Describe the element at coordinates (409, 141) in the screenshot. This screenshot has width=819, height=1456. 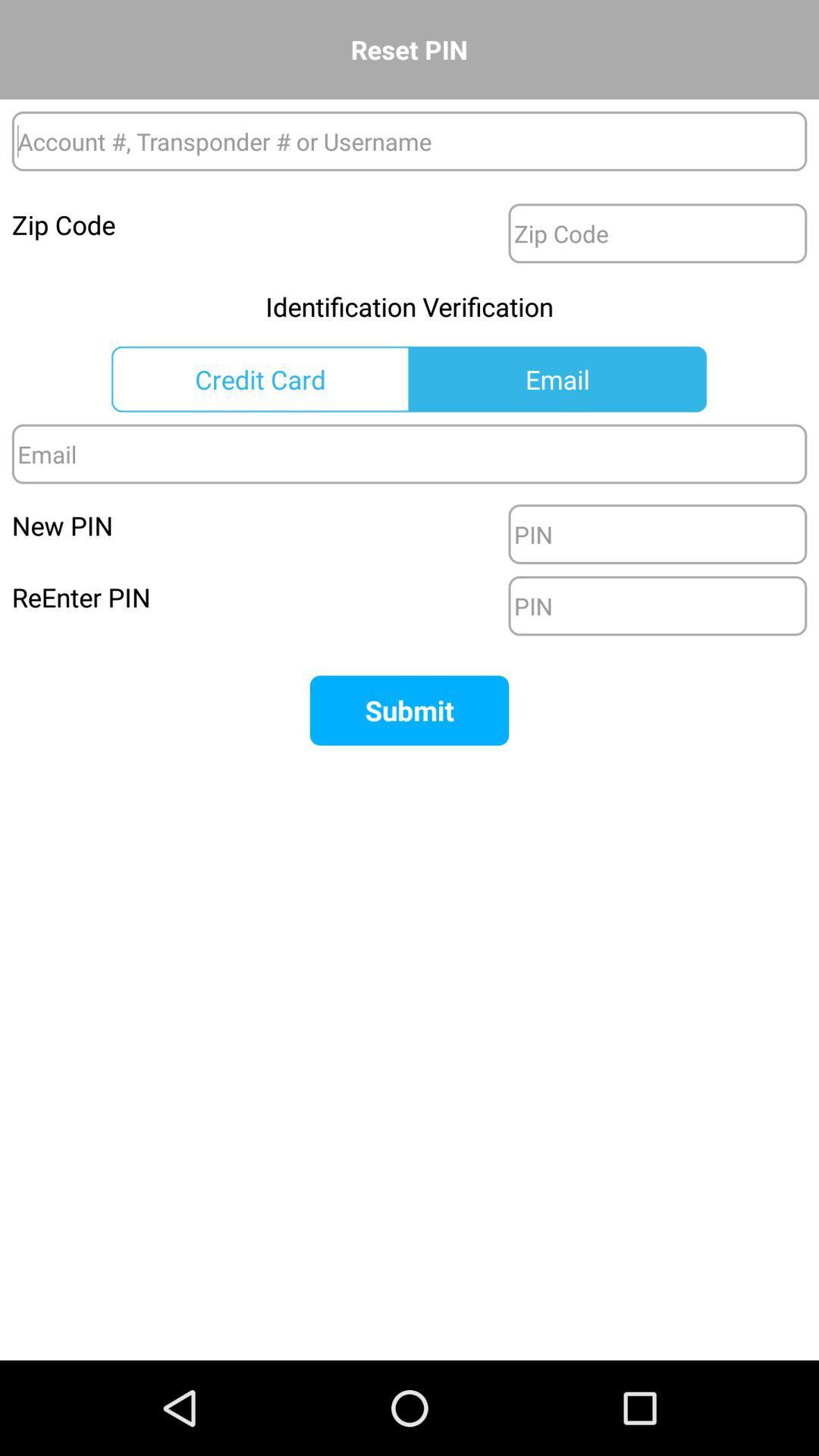
I see `the text box below reset pin option` at that location.